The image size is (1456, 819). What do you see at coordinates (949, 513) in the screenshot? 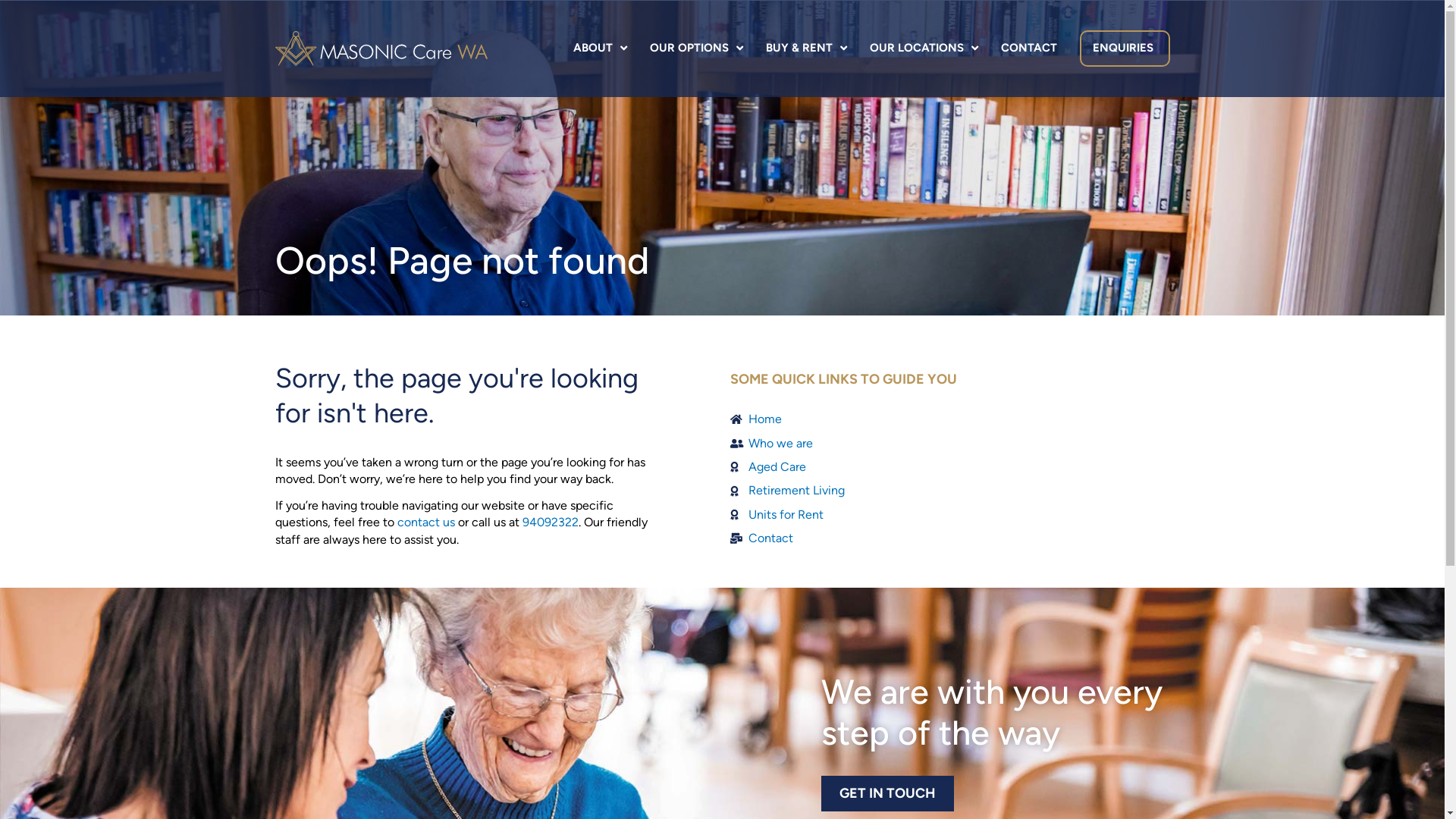
I see `'Units for Rent'` at bounding box center [949, 513].